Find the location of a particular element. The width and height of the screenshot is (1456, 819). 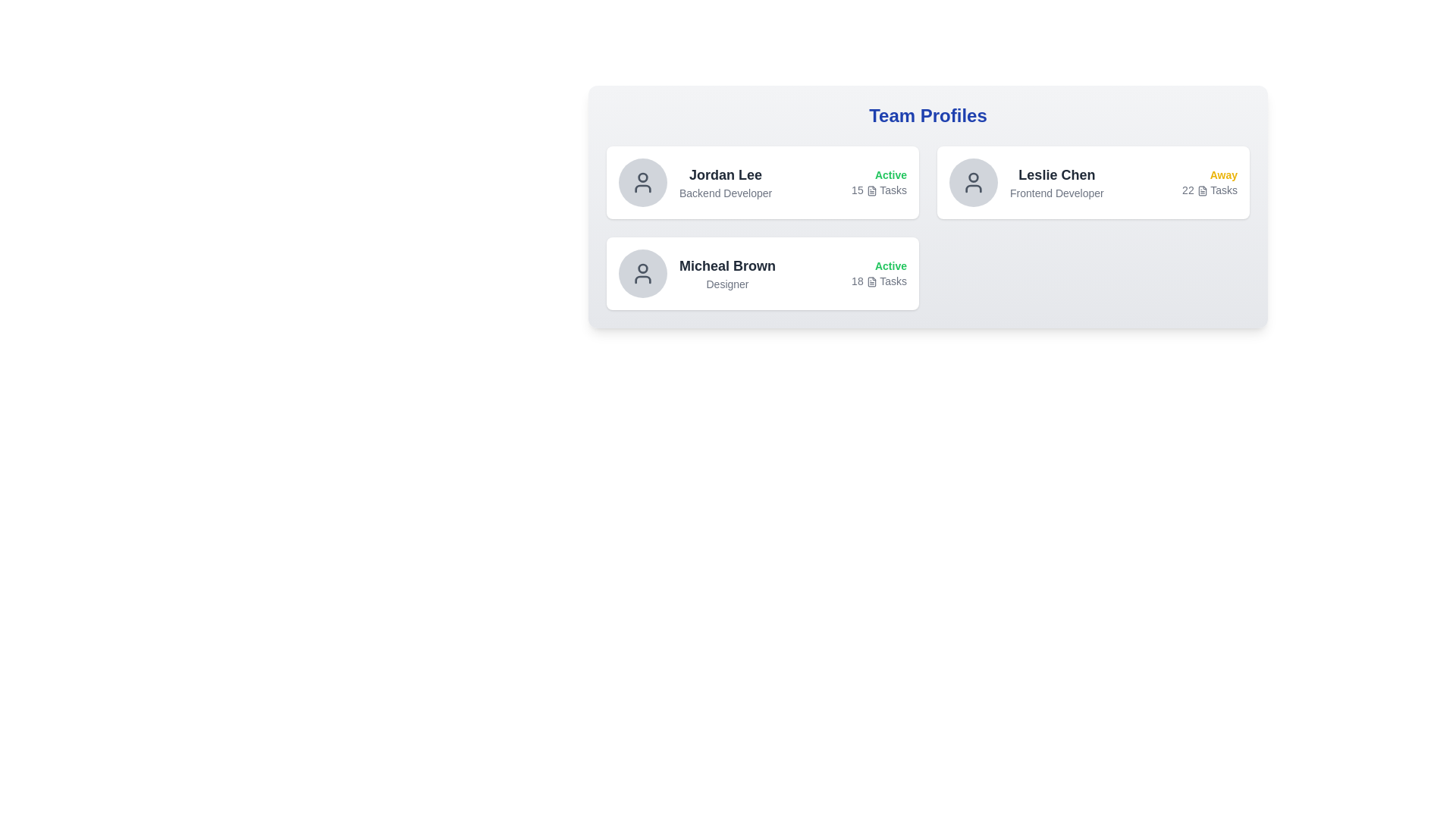

the profile display card for Micheal Brown, which serves as a profile header indicating their role as a Designer. This card is the second is located at coordinates (696, 274).